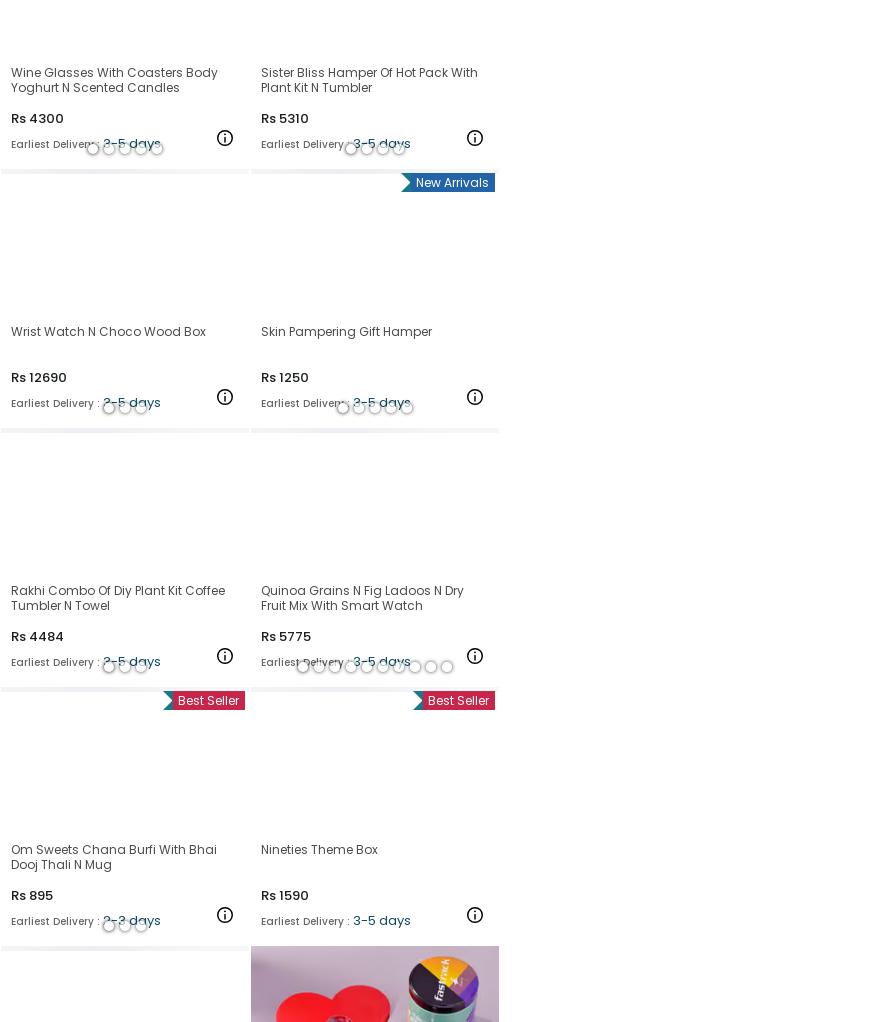  I want to click on 'Wine Glasses With Coasters Body Yoghurt N Scented Candles', so click(113, 78).